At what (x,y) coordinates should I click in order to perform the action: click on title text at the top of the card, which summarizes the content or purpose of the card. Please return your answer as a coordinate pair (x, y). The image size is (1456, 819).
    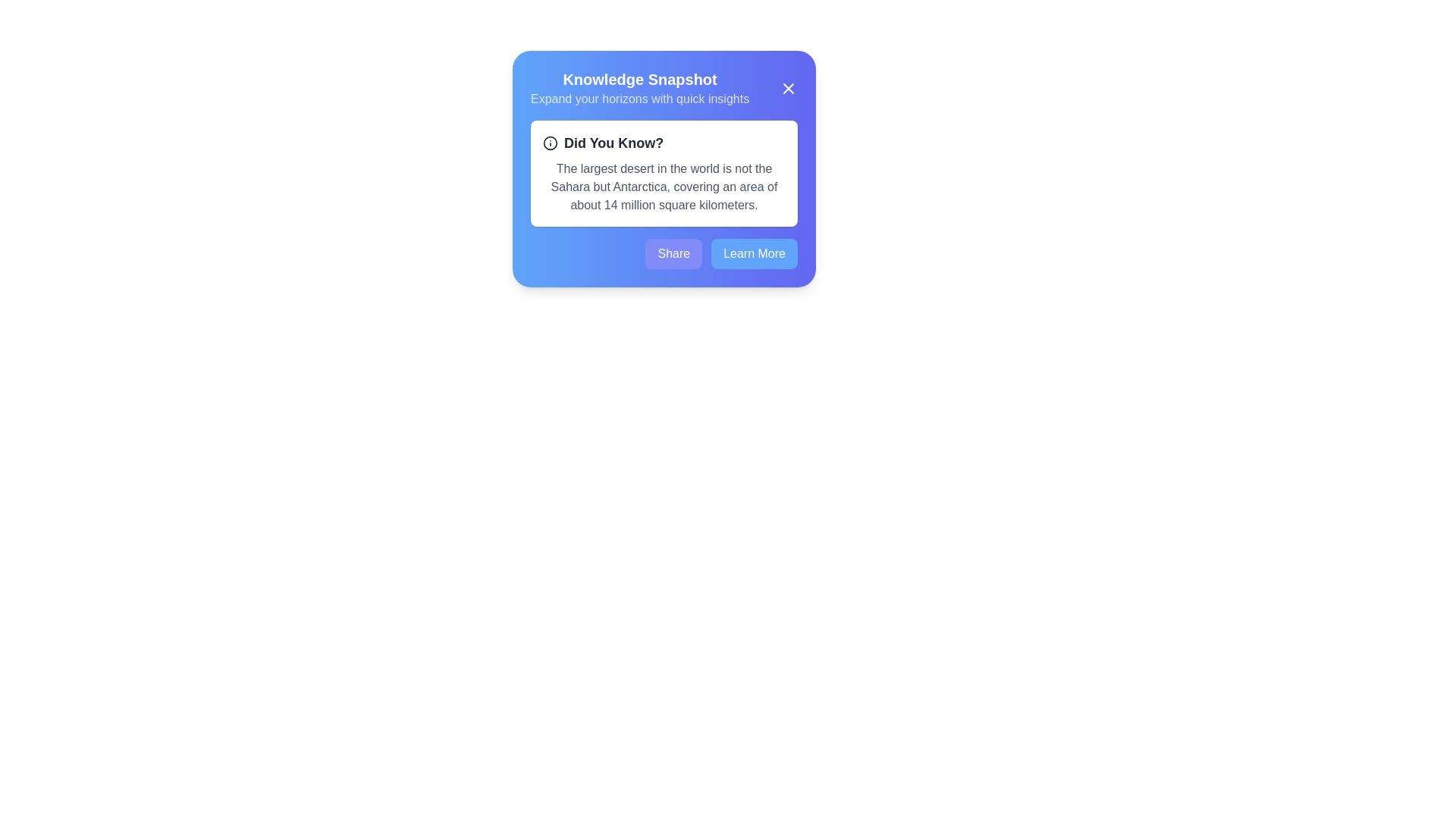
    Looking at the image, I should click on (640, 79).